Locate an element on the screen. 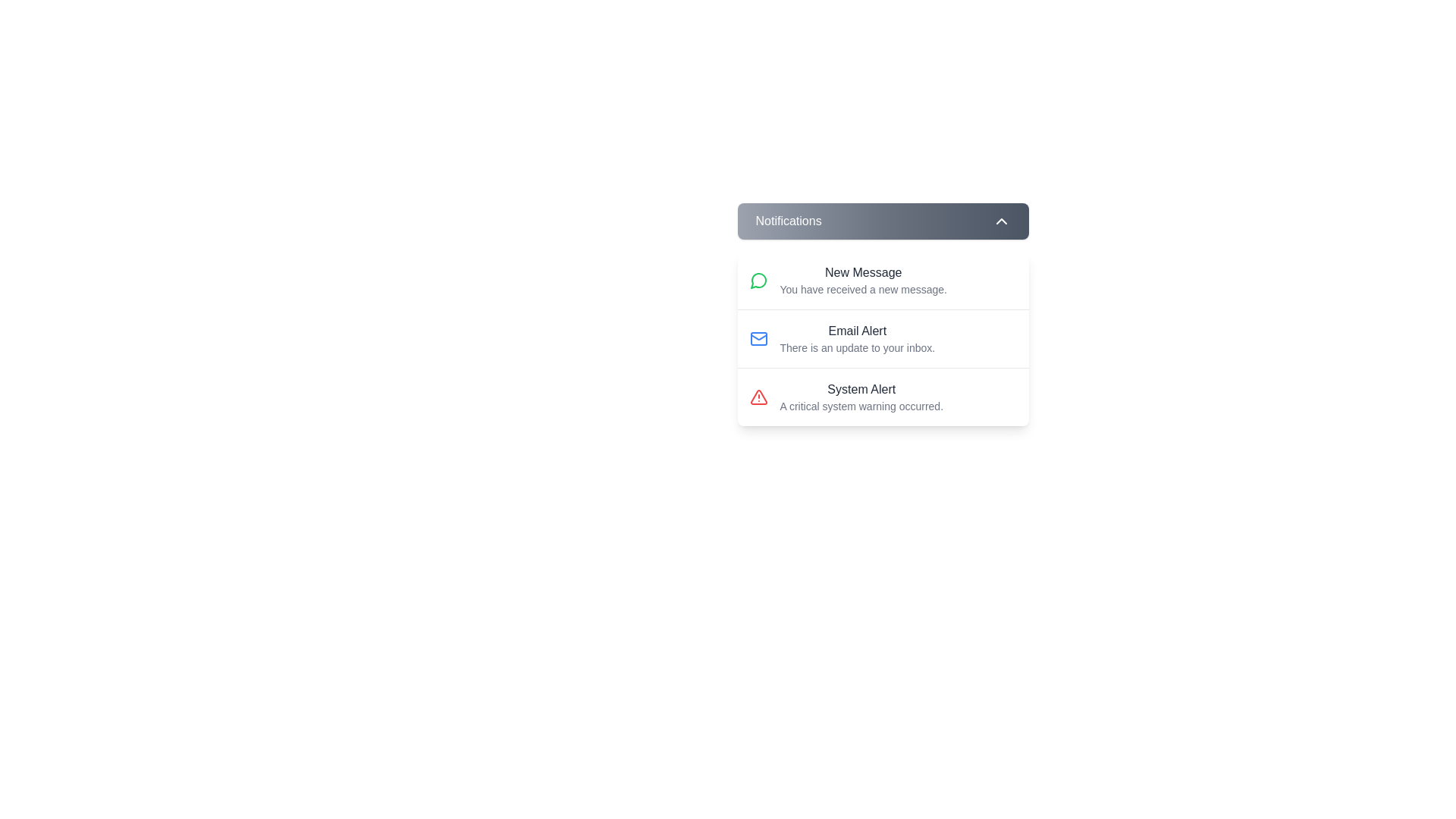  the 'New Message' notification item, which displays a bold title and a subtext indicating a new message is located at coordinates (883, 281).